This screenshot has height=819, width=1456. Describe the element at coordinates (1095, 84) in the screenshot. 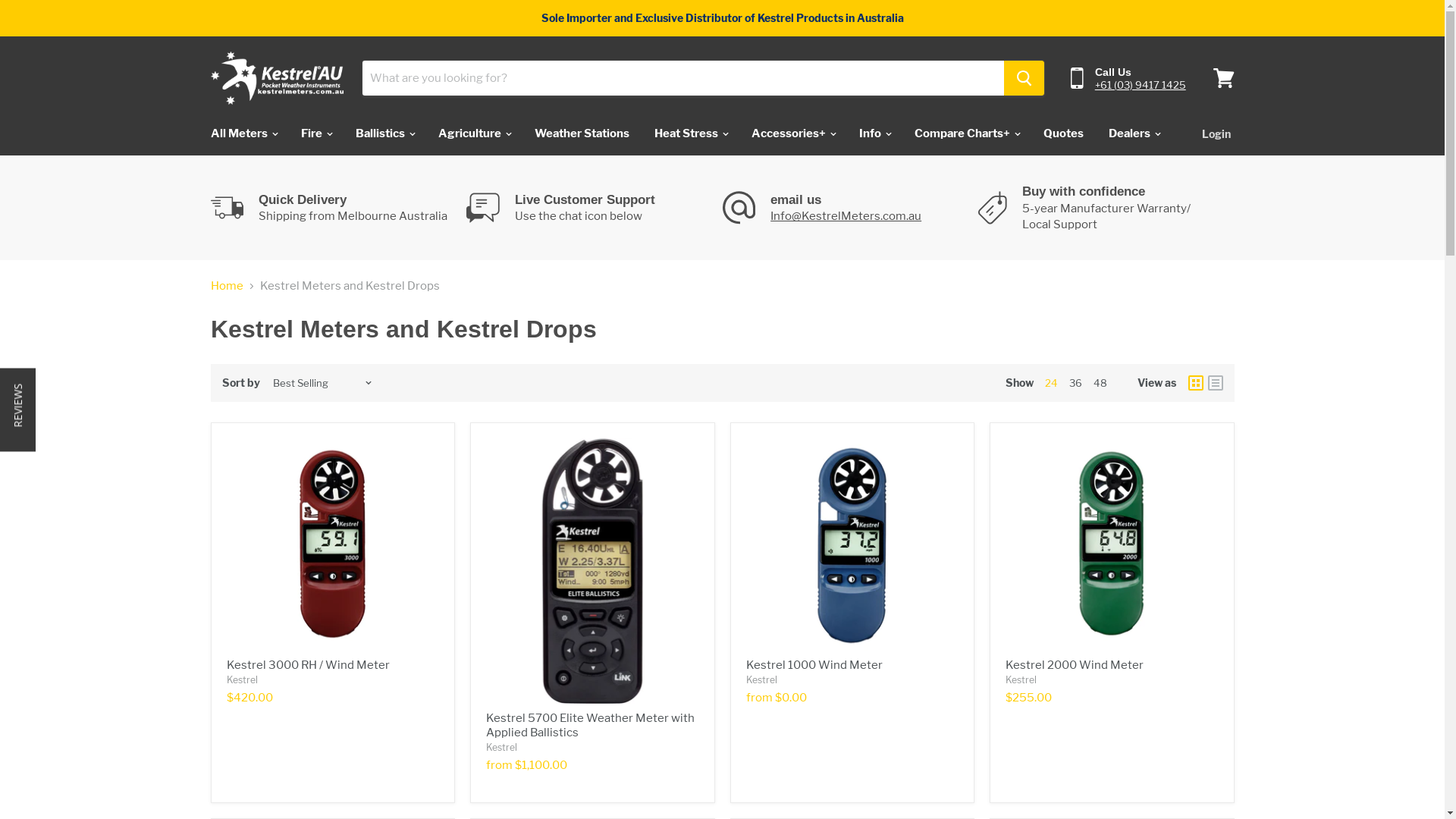

I see `'+61 (03) 9417 1425'` at that location.